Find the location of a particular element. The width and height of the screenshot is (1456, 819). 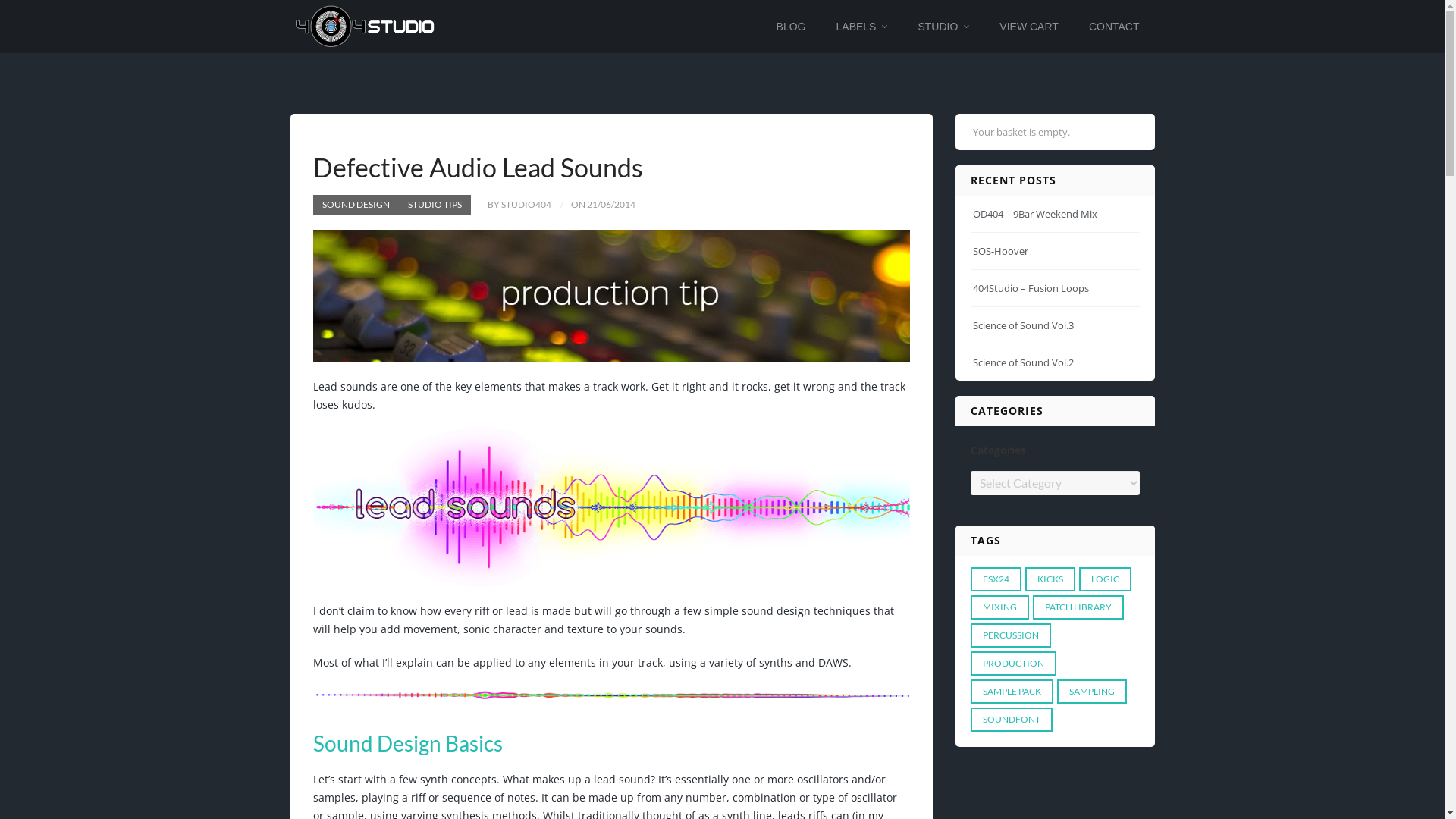

'LABELS' is located at coordinates (824, 26).